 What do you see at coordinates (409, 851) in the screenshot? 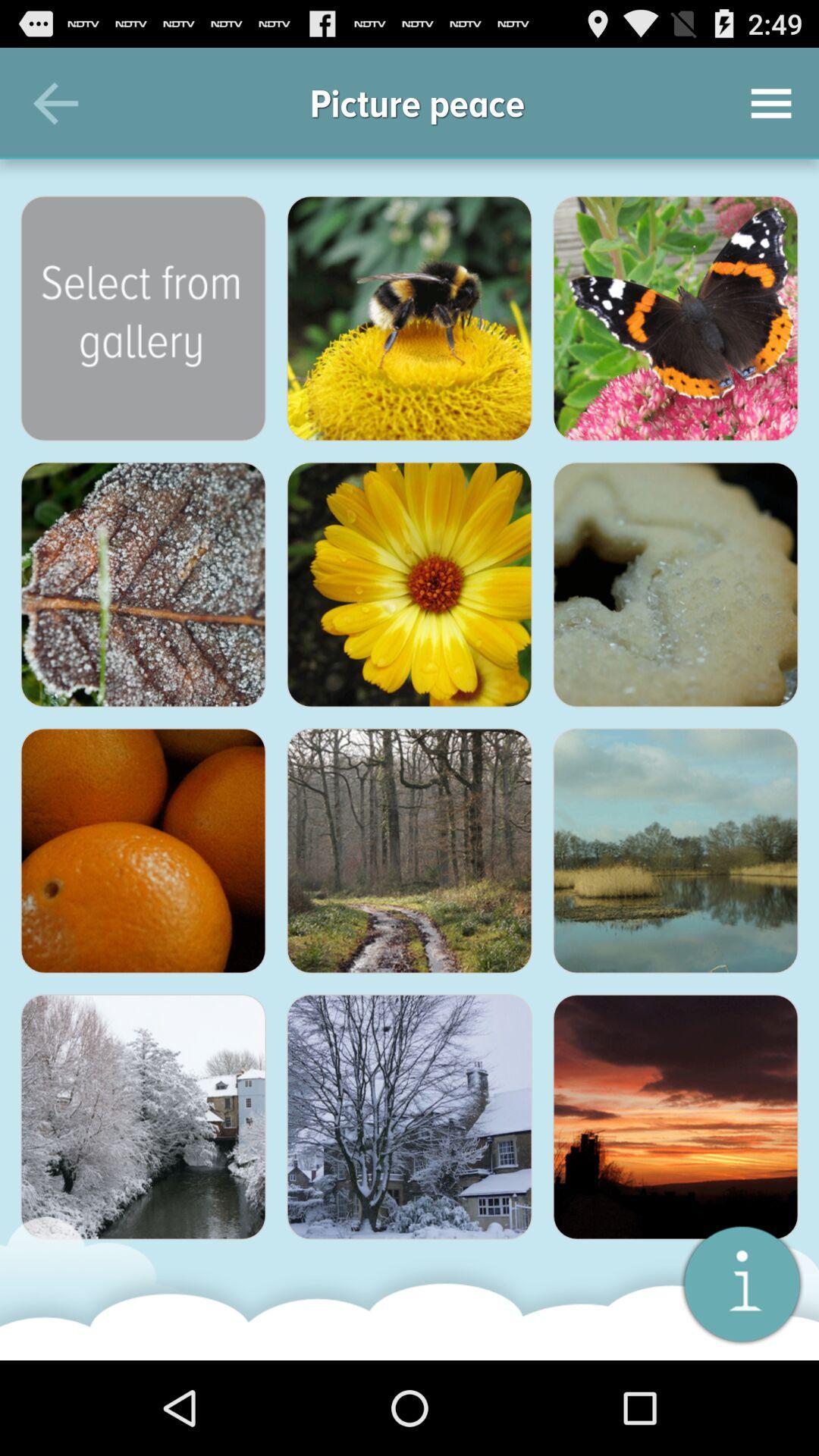
I see `open the image in full view` at bounding box center [409, 851].